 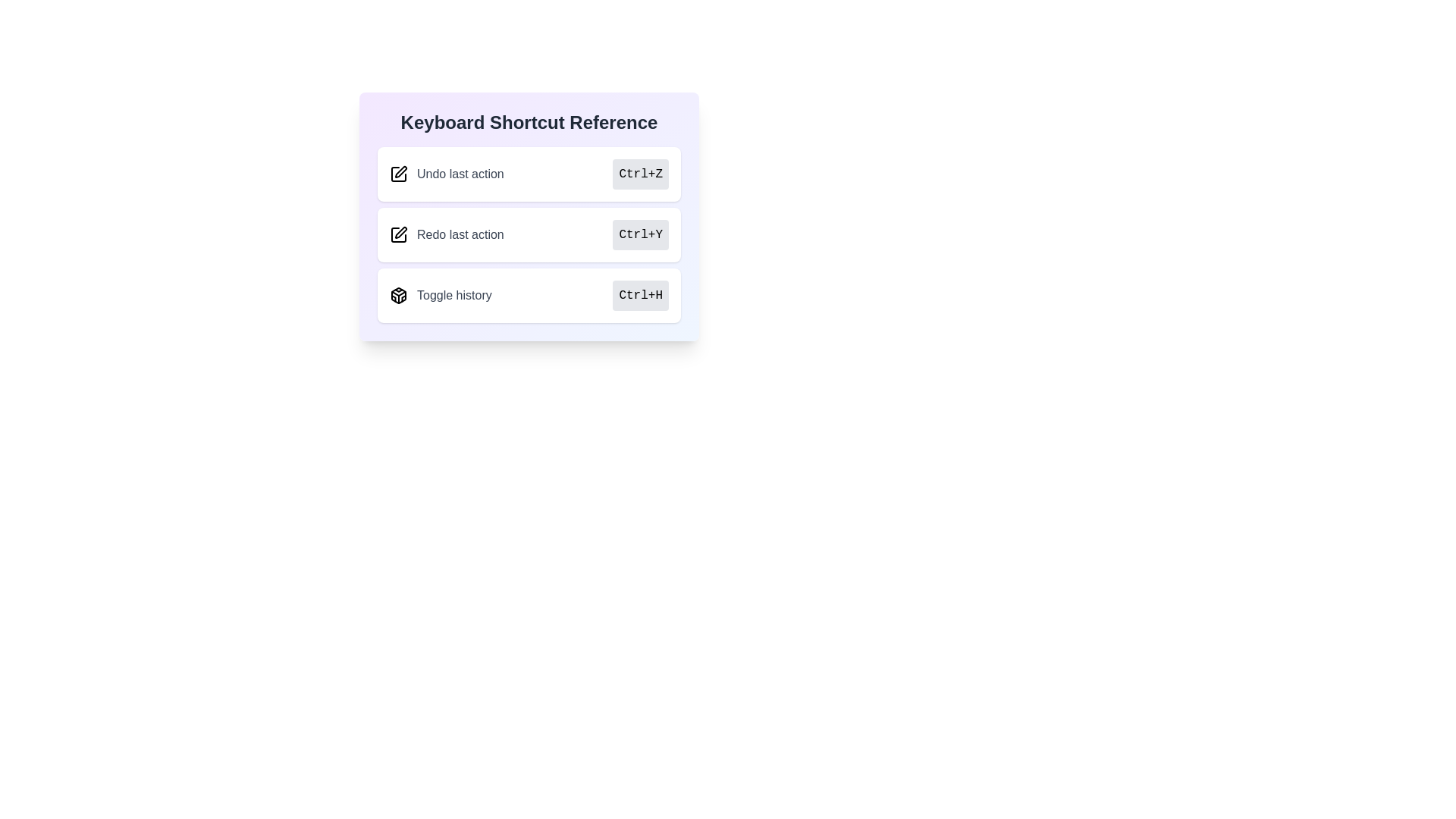 What do you see at coordinates (641, 295) in the screenshot?
I see `text content of the 'Ctrl+H' text-label within the shortcut display, which is located in the interactive area for 'Toggle history'` at bounding box center [641, 295].